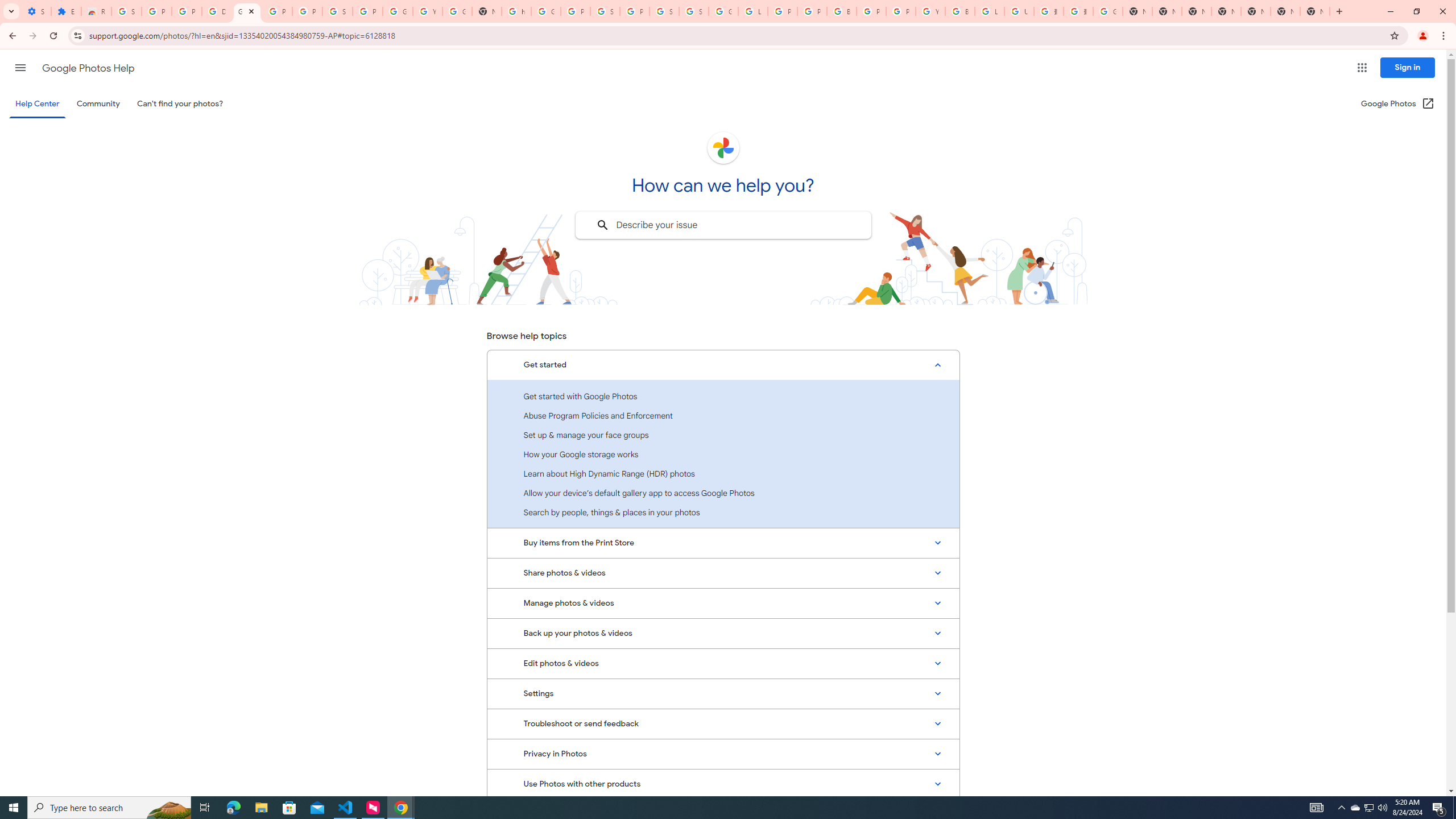 The image size is (1456, 819). What do you see at coordinates (36, 11) in the screenshot?
I see `'Settings - On startup'` at bounding box center [36, 11].